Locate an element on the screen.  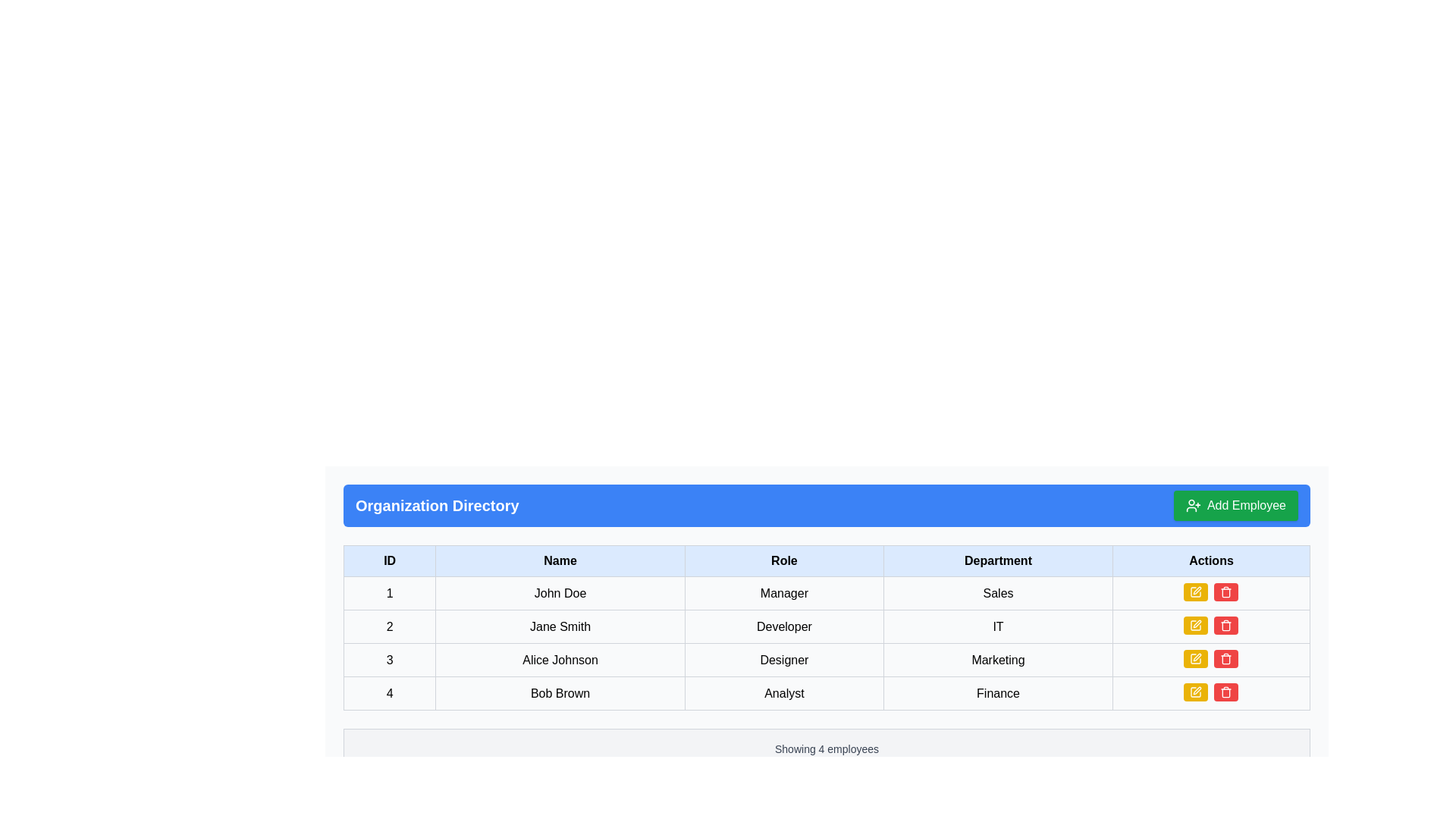
the yellow rectangular button with rounded corners and a white pen icon located in the 'Actions' column of the first row under the 'Organization Directory' header is located at coordinates (1195, 591).